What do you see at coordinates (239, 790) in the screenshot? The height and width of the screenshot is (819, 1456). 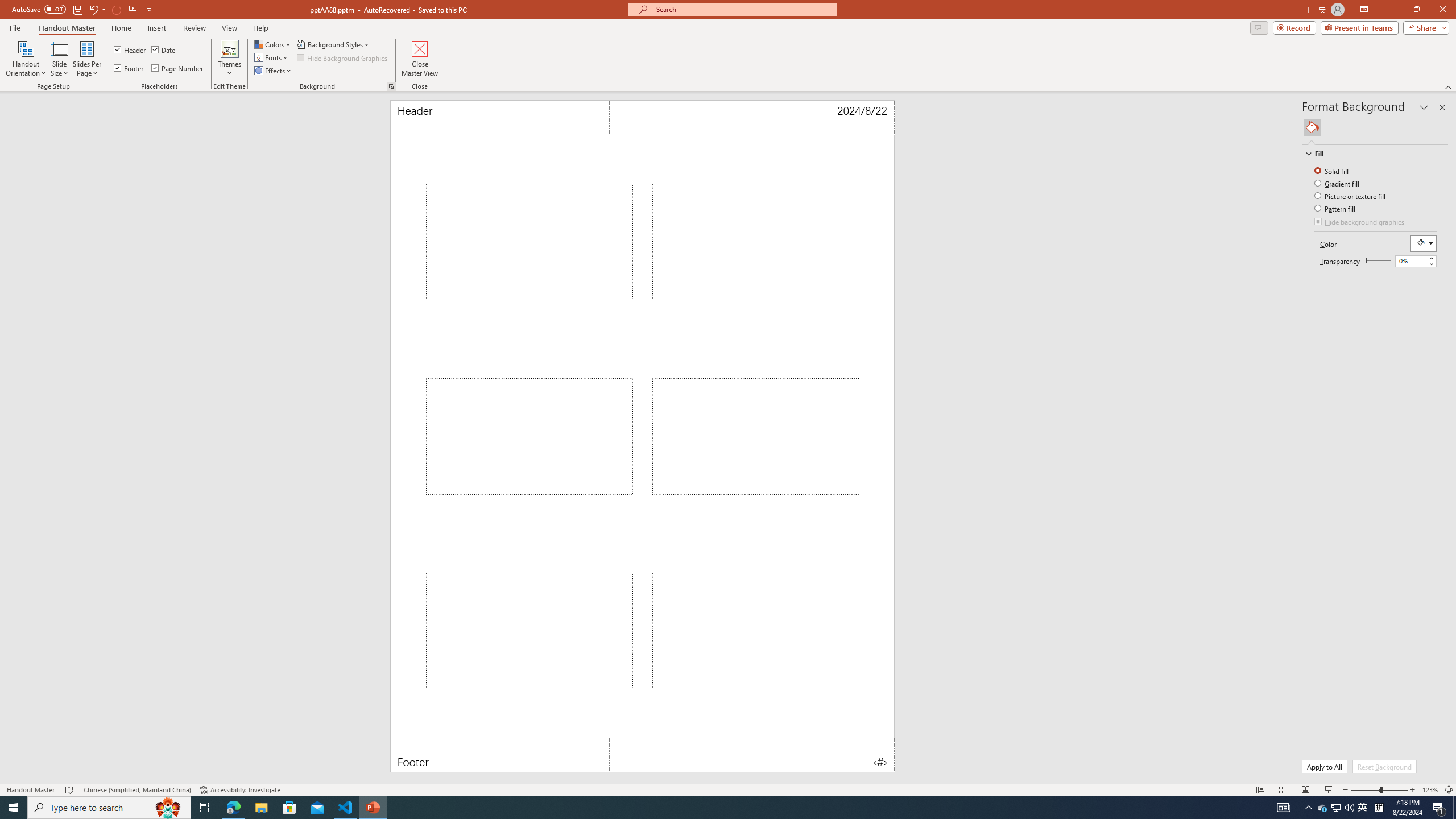 I see `'Accessibility Checker Accessibility: Investigate'` at bounding box center [239, 790].